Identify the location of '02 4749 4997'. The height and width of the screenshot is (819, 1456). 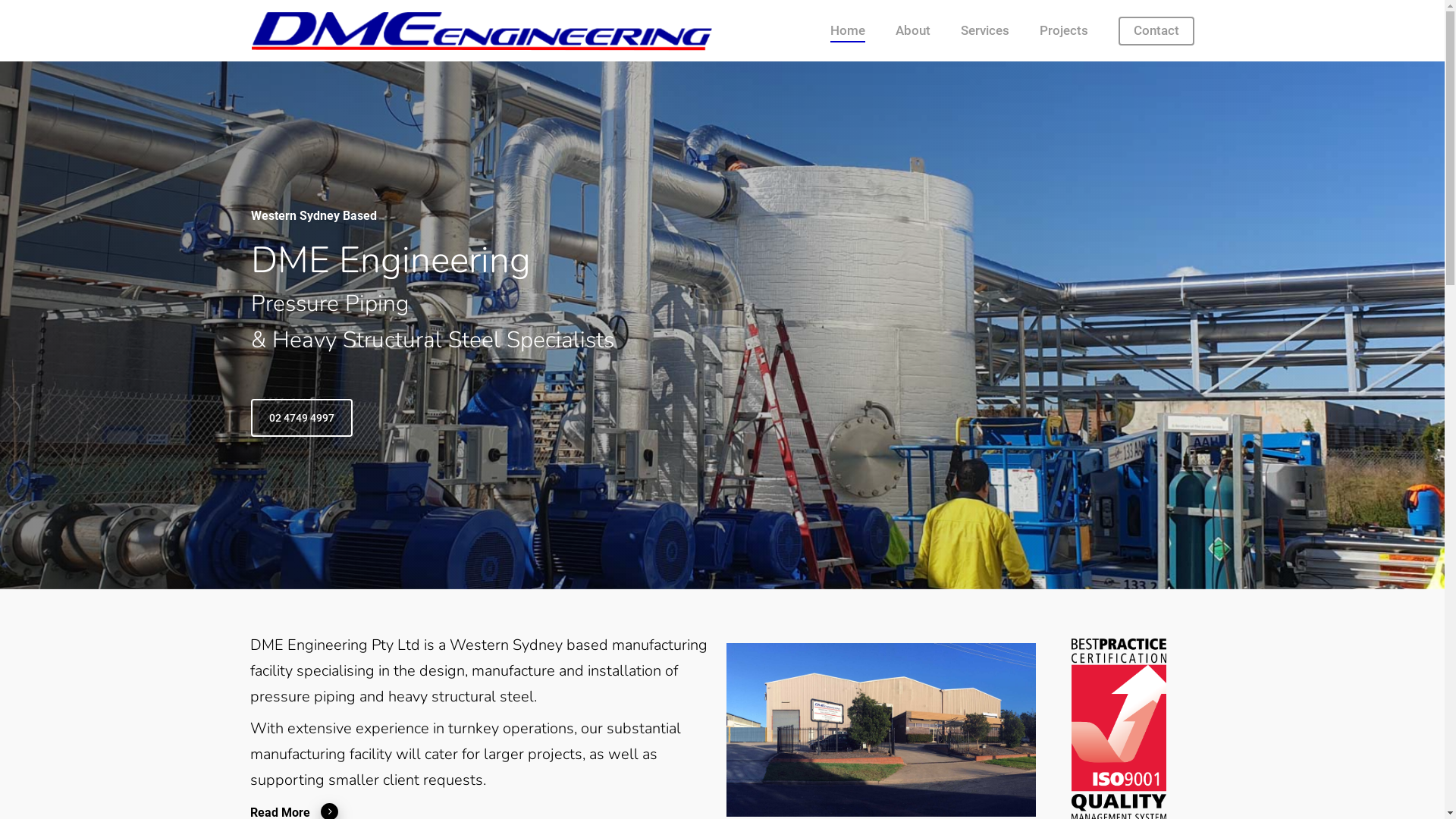
(301, 418).